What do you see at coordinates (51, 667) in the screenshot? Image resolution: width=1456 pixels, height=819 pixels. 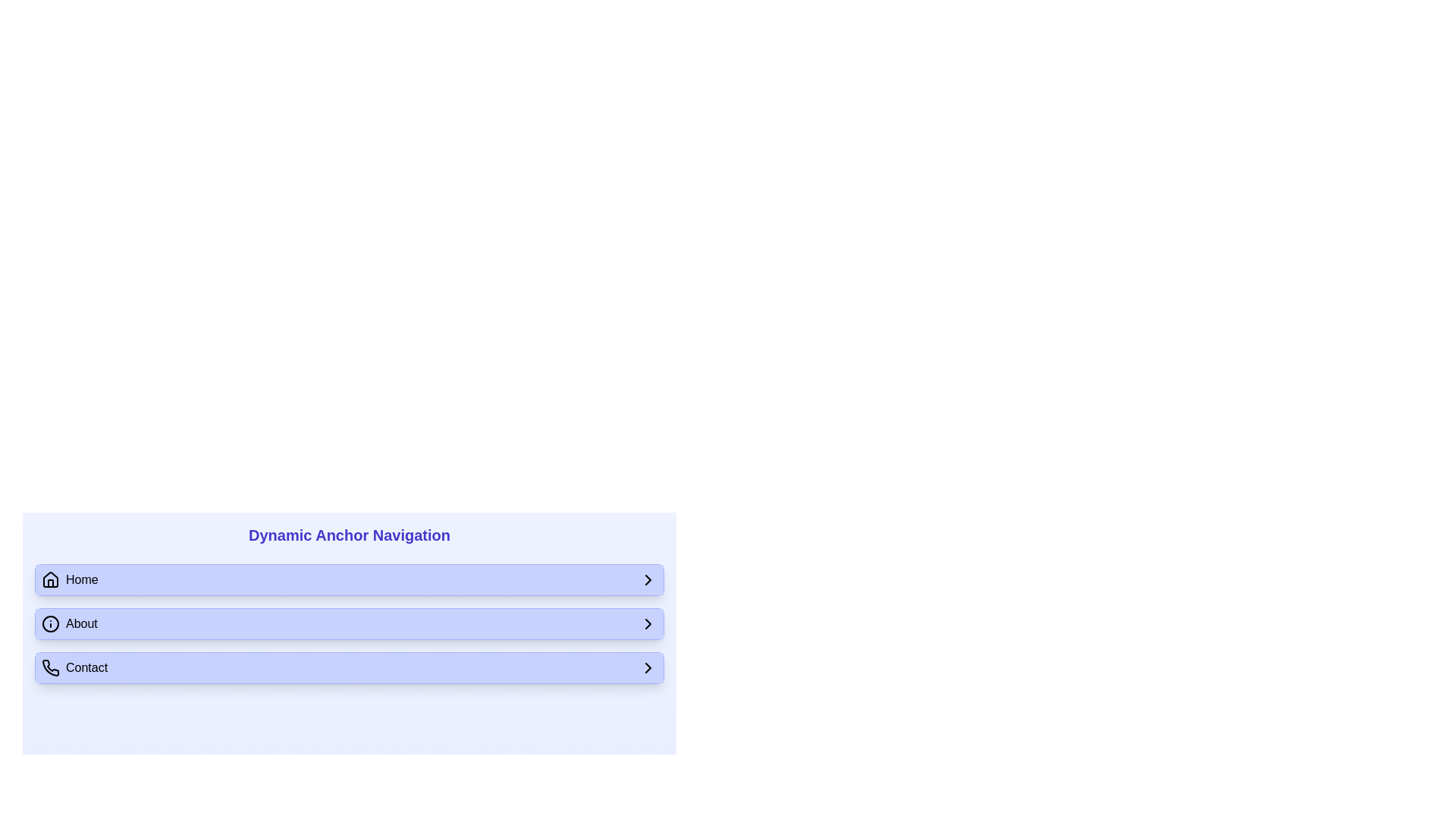 I see `the phone icon with a minimalist design, located to the left of the 'Contact' label in the vertical menu list` at bounding box center [51, 667].